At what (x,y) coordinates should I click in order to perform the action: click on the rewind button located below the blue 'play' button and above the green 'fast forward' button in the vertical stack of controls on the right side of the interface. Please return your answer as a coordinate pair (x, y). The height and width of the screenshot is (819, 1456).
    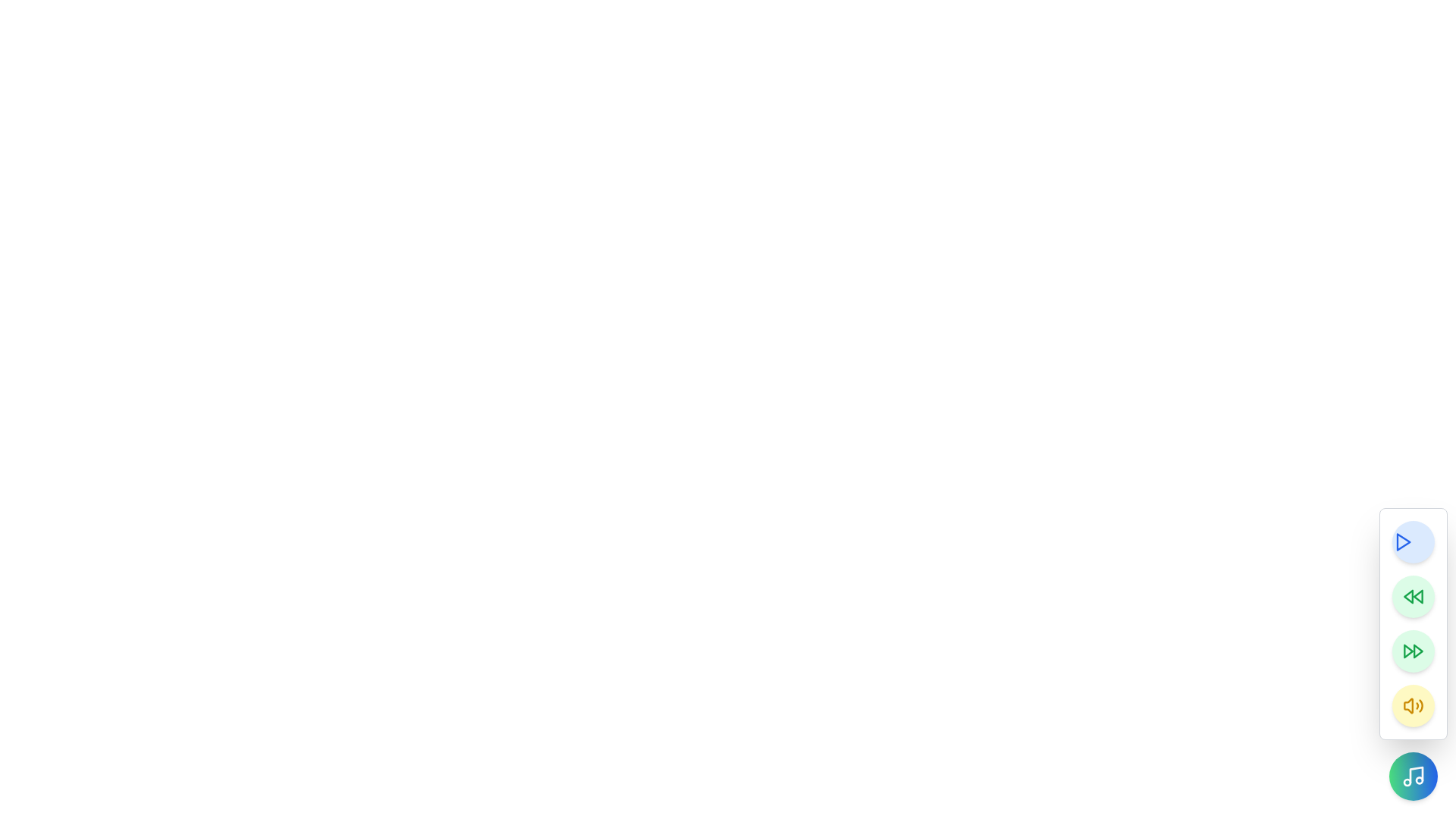
    Looking at the image, I should click on (1412, 595).